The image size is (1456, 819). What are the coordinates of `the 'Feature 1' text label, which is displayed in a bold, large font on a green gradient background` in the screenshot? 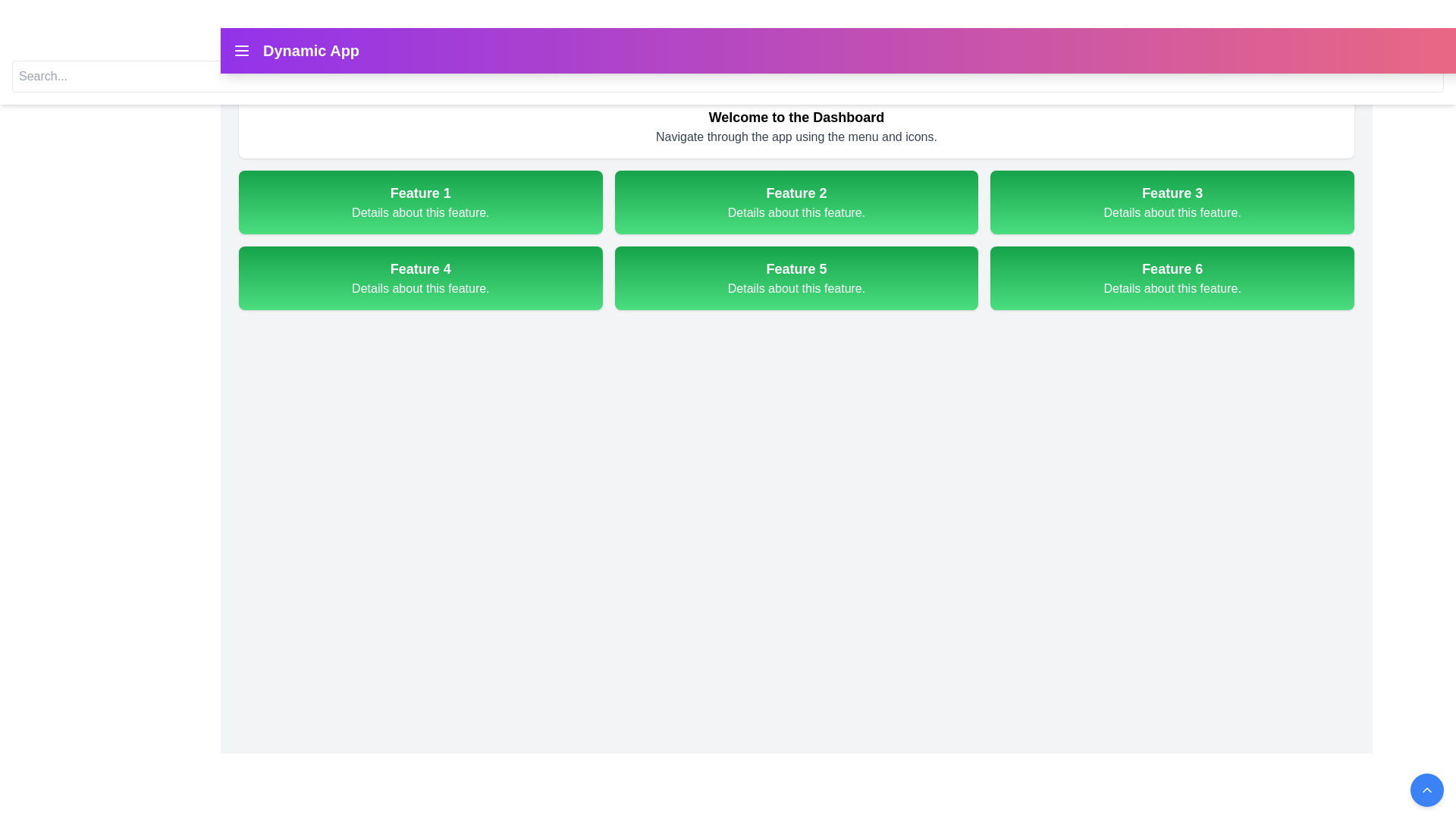 It's located at (420, 192).